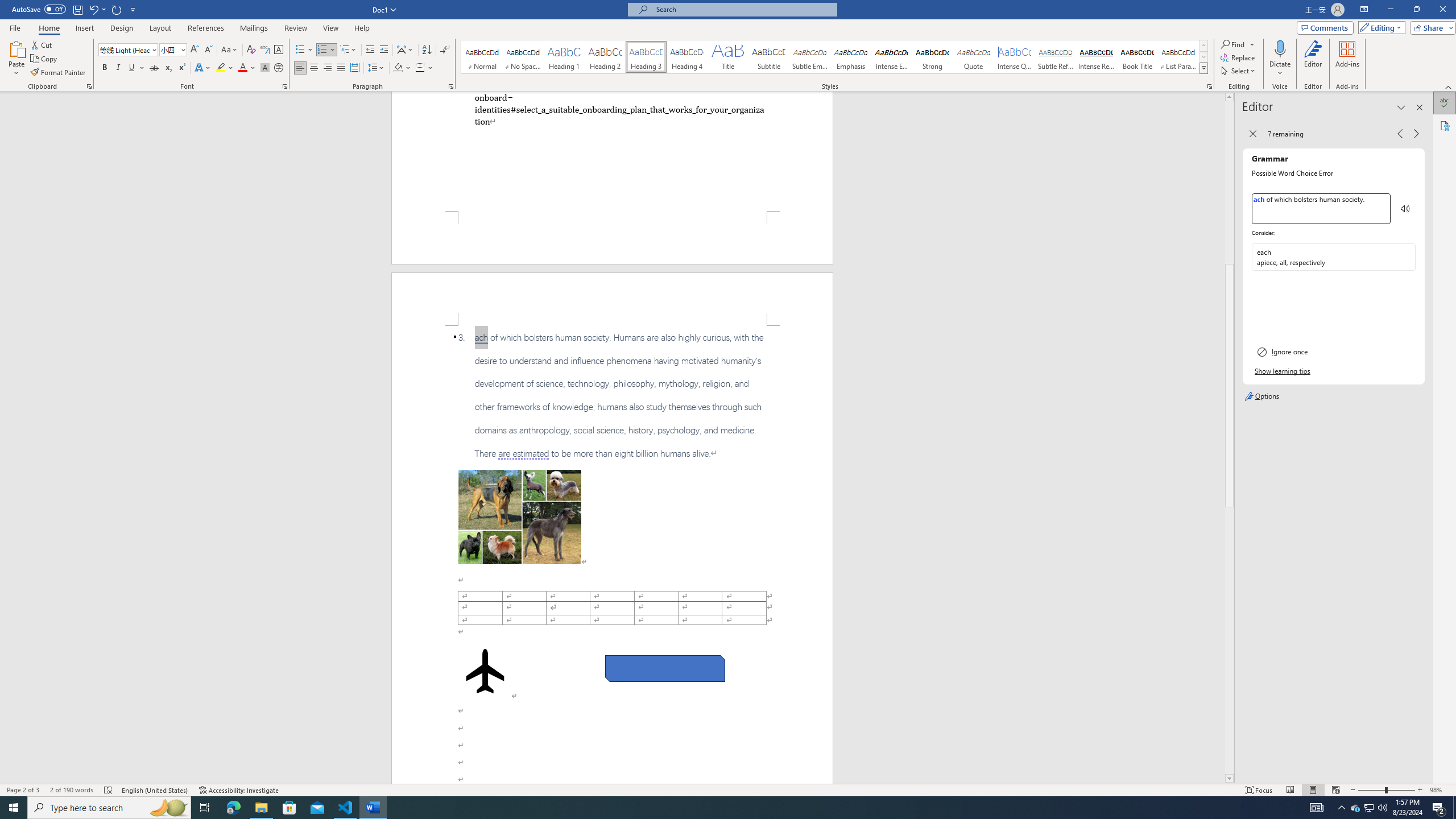  Describe the element at coordinates (1416, 133) in the screenshot. I see `'Next Issue, 7 remaining'` at that location.